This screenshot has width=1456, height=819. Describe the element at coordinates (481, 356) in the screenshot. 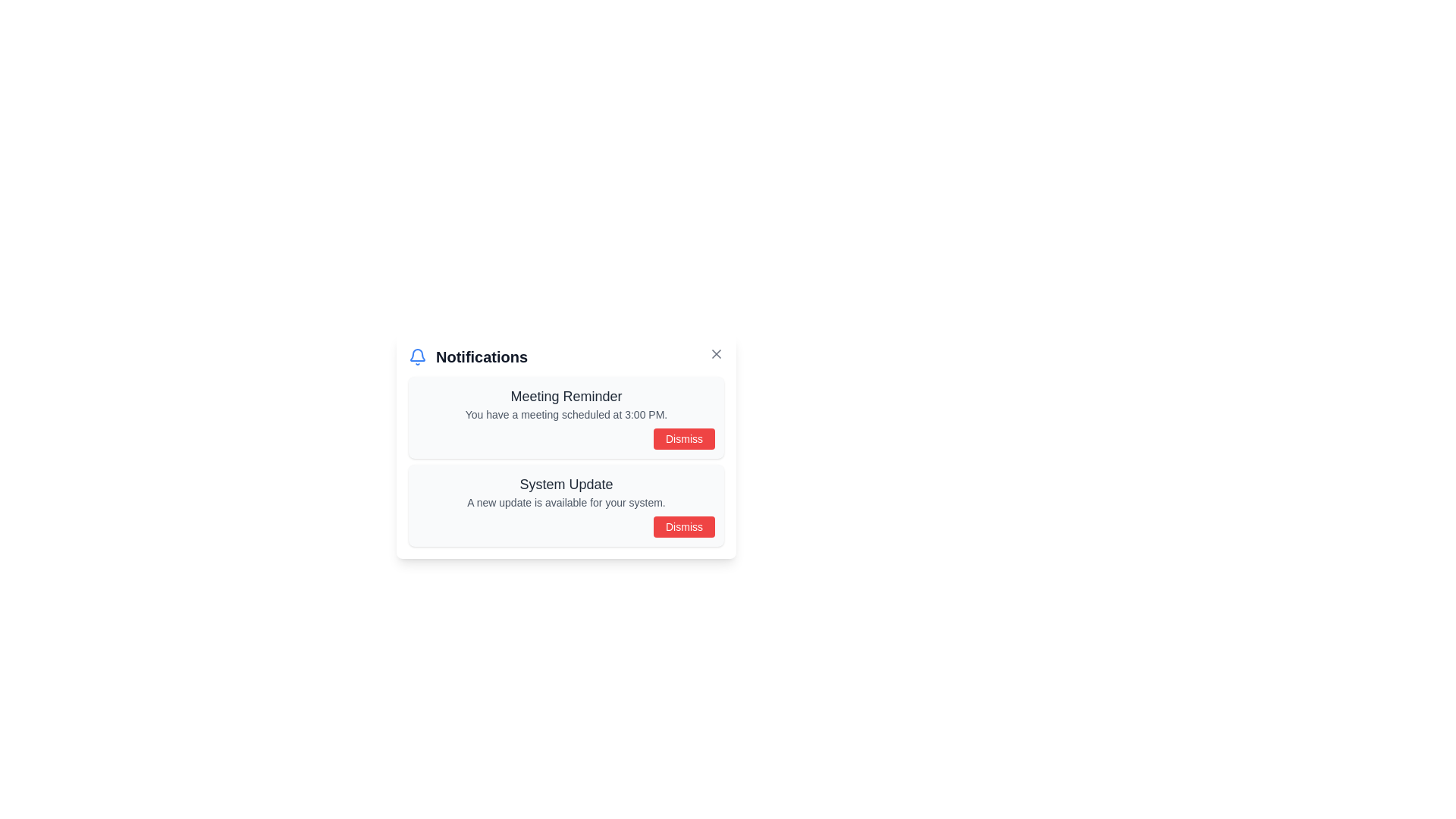

I see `the 'Notifications' text label, which is styled in bold and dark gray, serving as the title for the notification section` at that location.